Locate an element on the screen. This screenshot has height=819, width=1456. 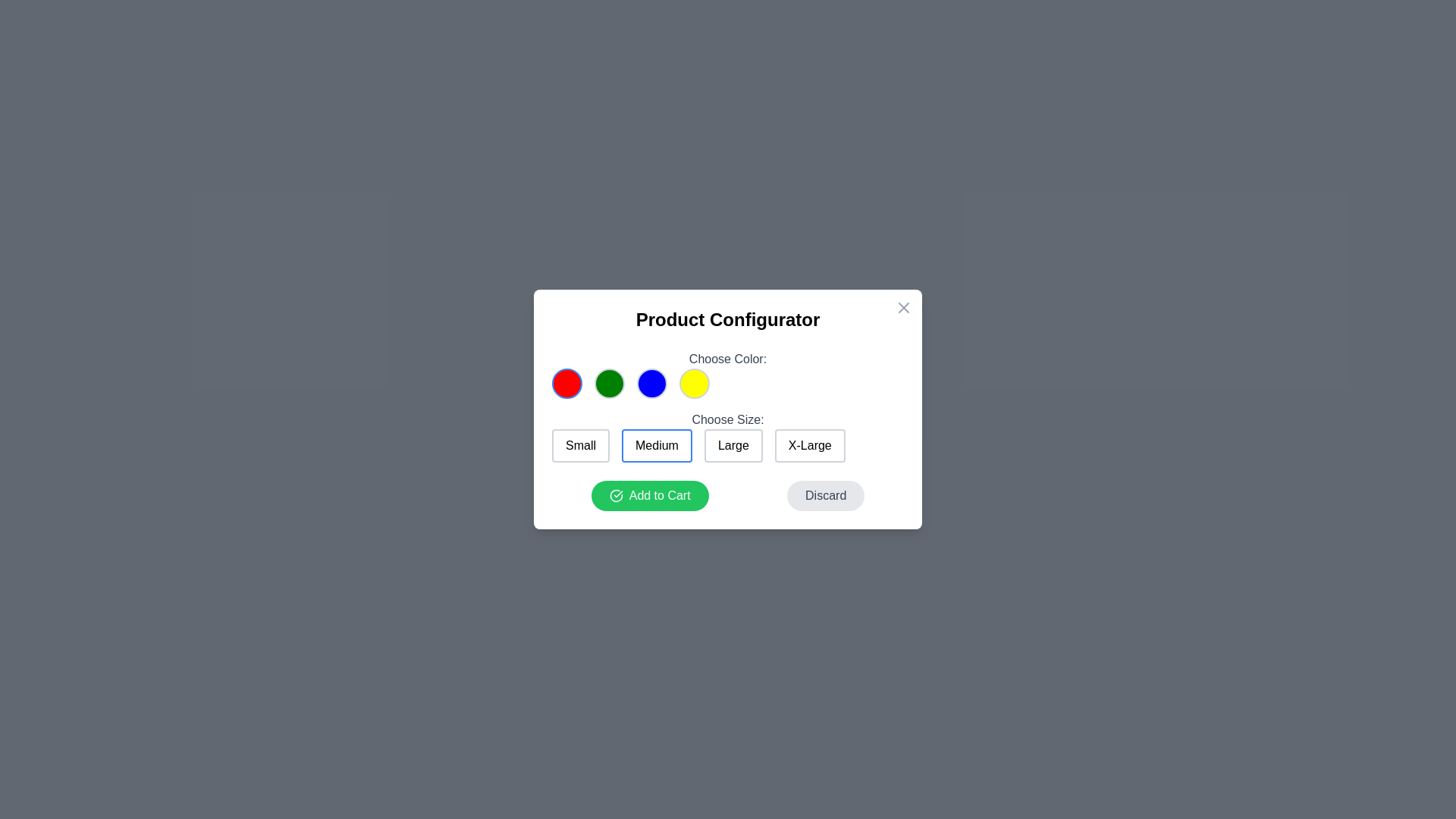
the first button in the horizontal row of colored buttons within the 'Product Configurator' modal is located at coordinates (566, 382).